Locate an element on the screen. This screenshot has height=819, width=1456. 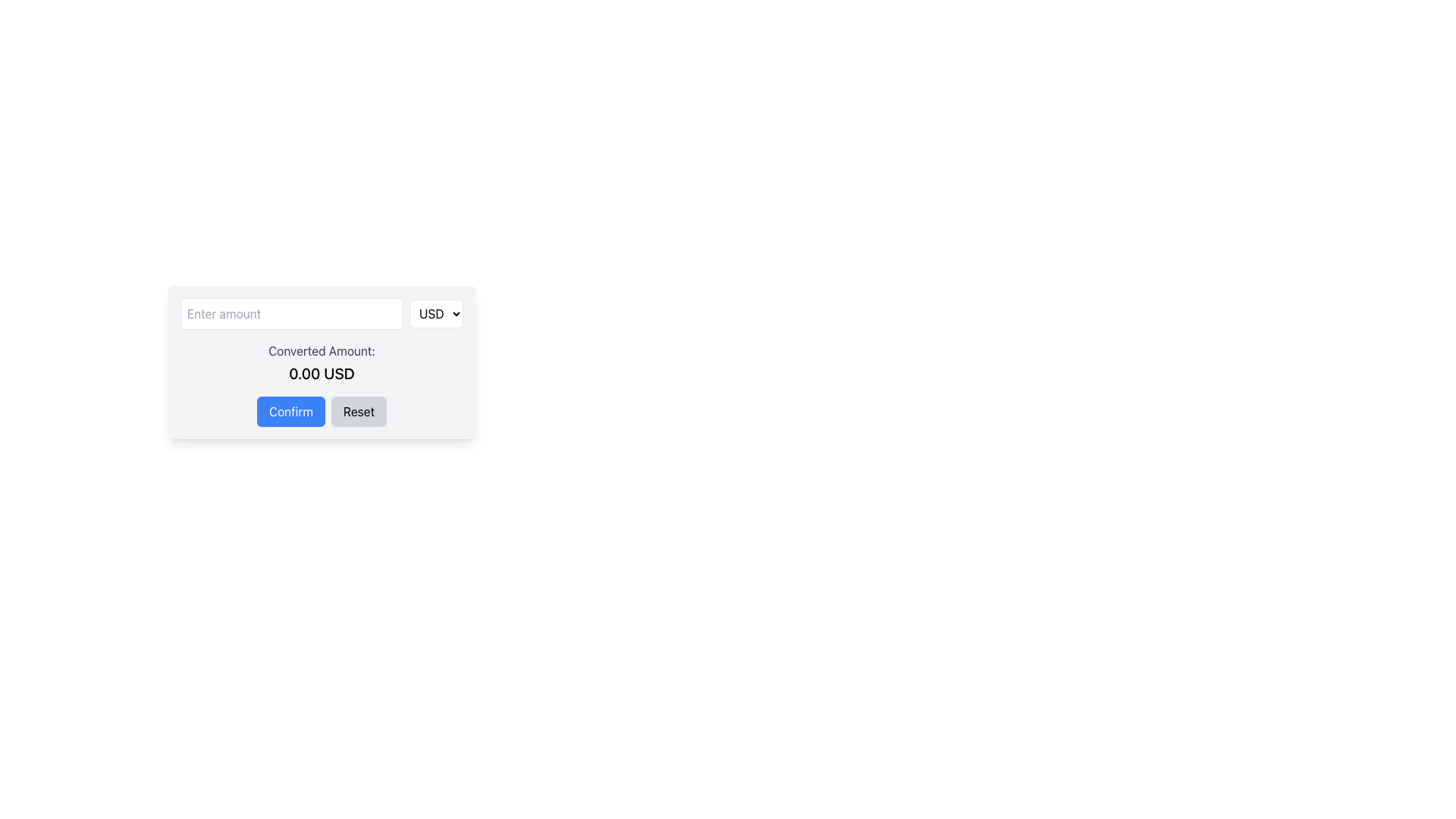
the reset button located within the horizontal button group beneath the conversion information panel, which is the second button to the right of the blue 'Confirm' button is located at coordinates (358, 412).